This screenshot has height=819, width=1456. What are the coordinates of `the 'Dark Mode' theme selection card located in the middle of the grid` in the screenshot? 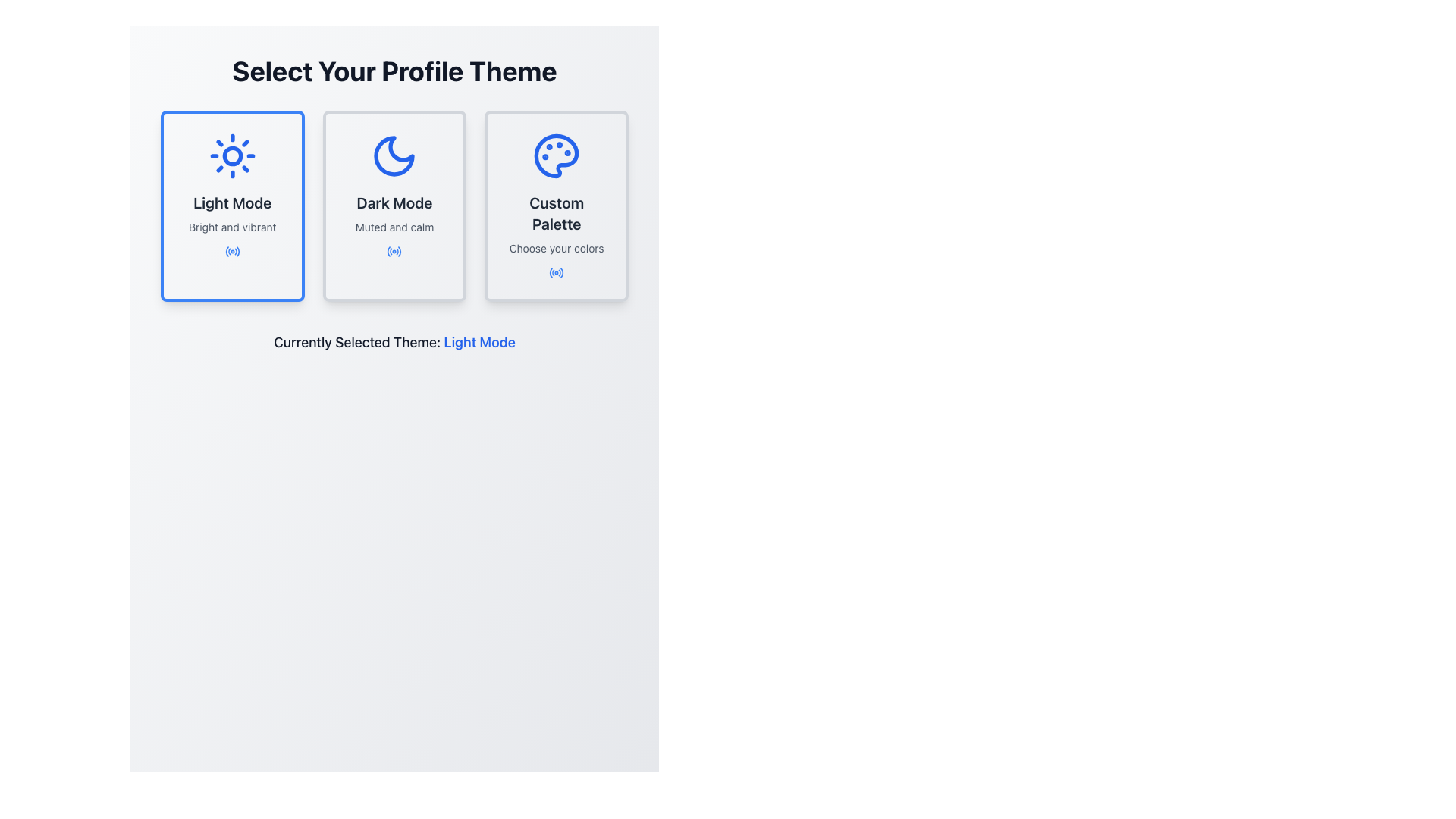 It's located at (394, 206).